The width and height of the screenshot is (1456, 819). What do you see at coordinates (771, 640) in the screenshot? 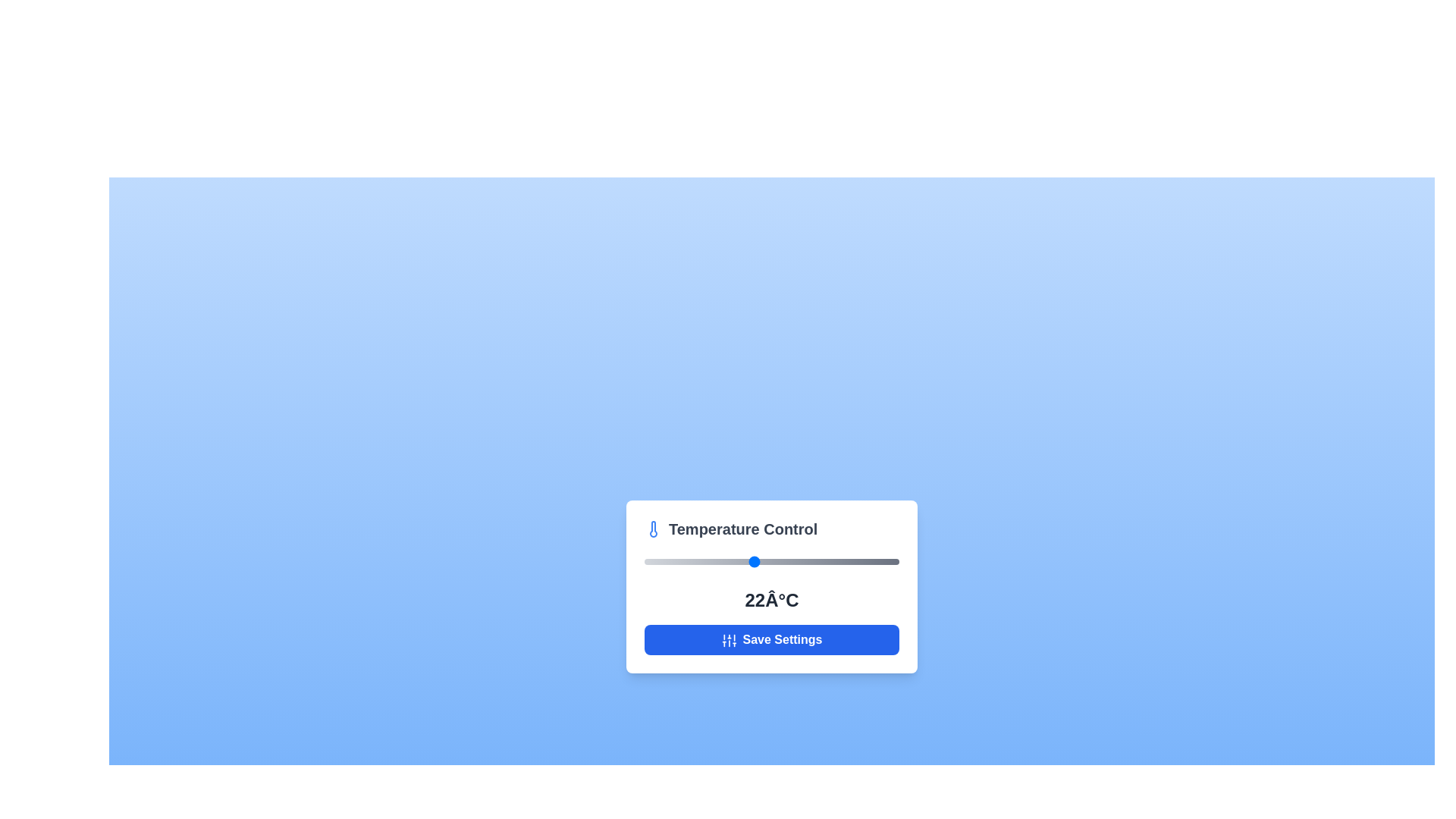
I see `the 'Save Settings' button to save the current temperature setting` at bounding box center [771, 640].